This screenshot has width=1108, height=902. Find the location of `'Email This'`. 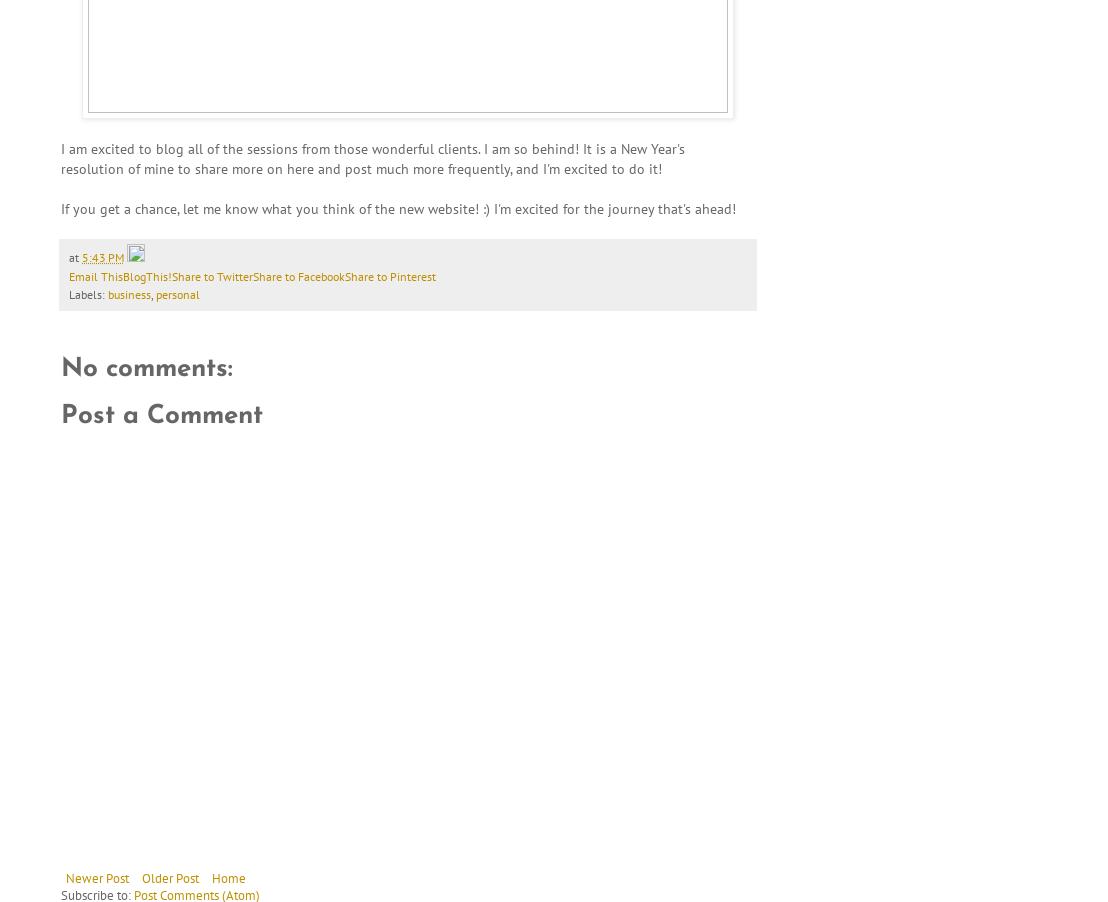

'Email This' is located at coordinates (95, 275).